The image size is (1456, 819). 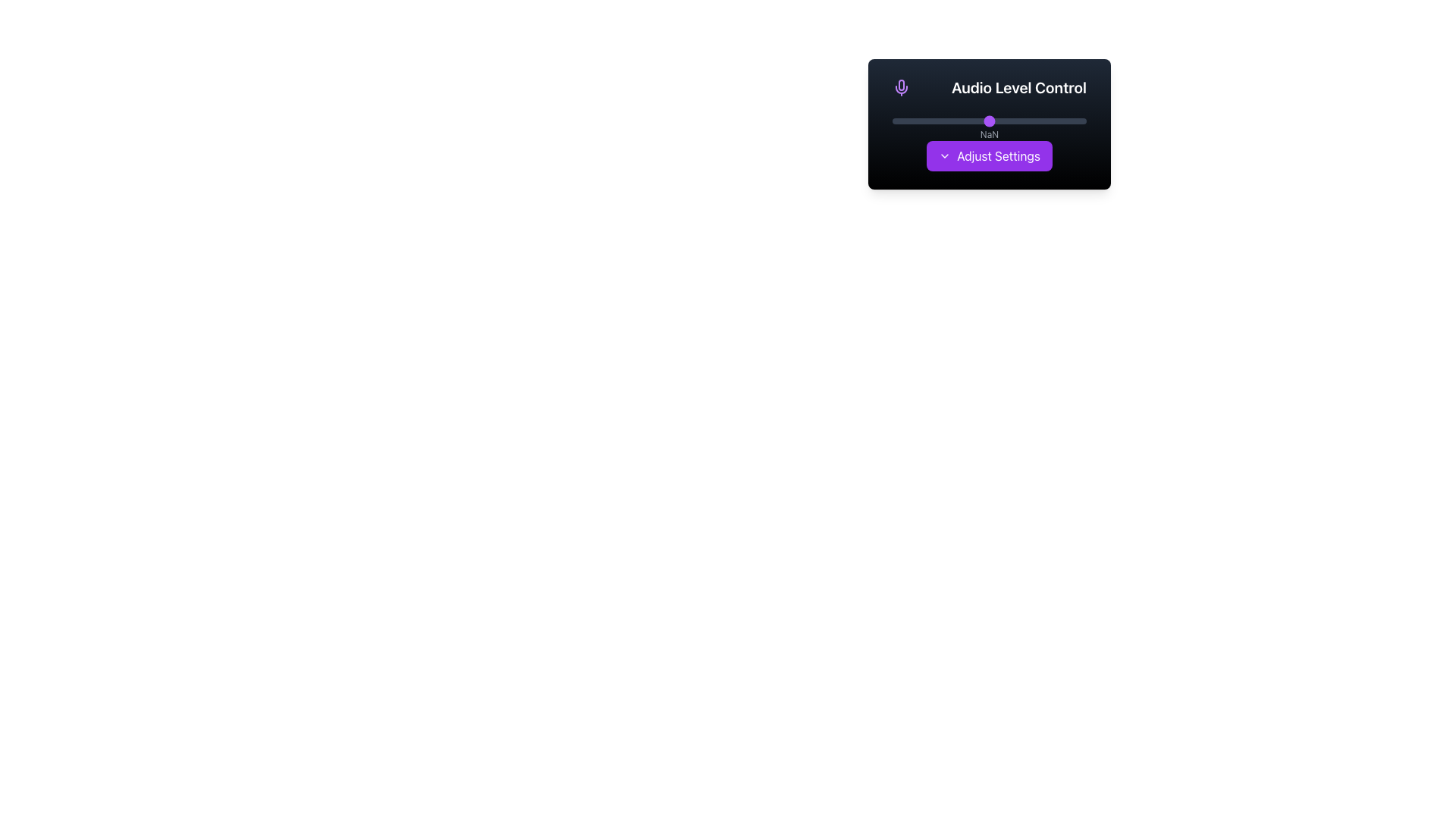 What do you see at coordinates (902, 87) in the screenshot?
I see `the details of the microphone icon located at the top-left corner of the 'Audio Level Control' section, adjacent to the title text` at bounding box center [902, 87].